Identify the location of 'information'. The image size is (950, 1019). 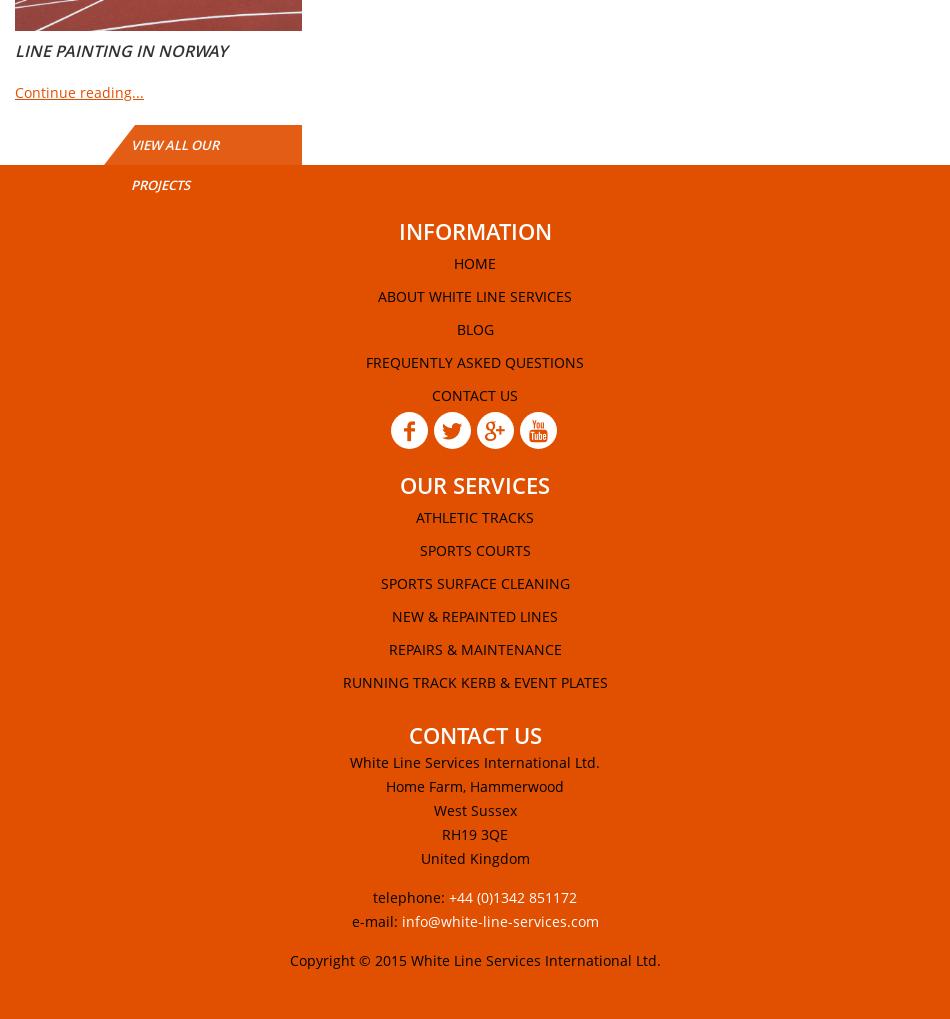
(396, 230).